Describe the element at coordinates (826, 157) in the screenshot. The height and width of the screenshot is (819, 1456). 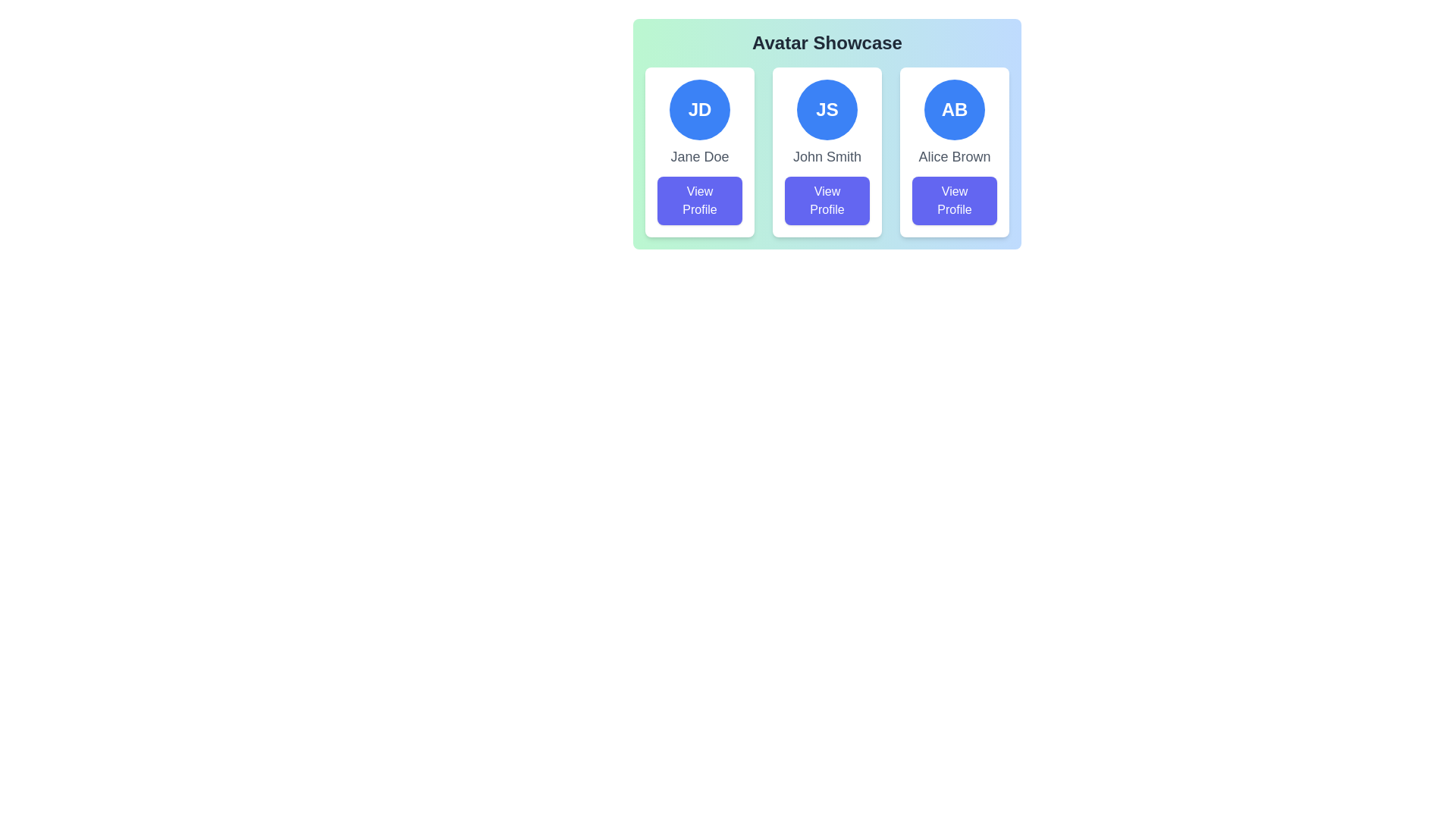
I see `the text label displaying 'John Smith', which is styled in light gray and positioned below the avatar labeled 'JS' and above the 'View Profile' button in the user profile card` at that location.